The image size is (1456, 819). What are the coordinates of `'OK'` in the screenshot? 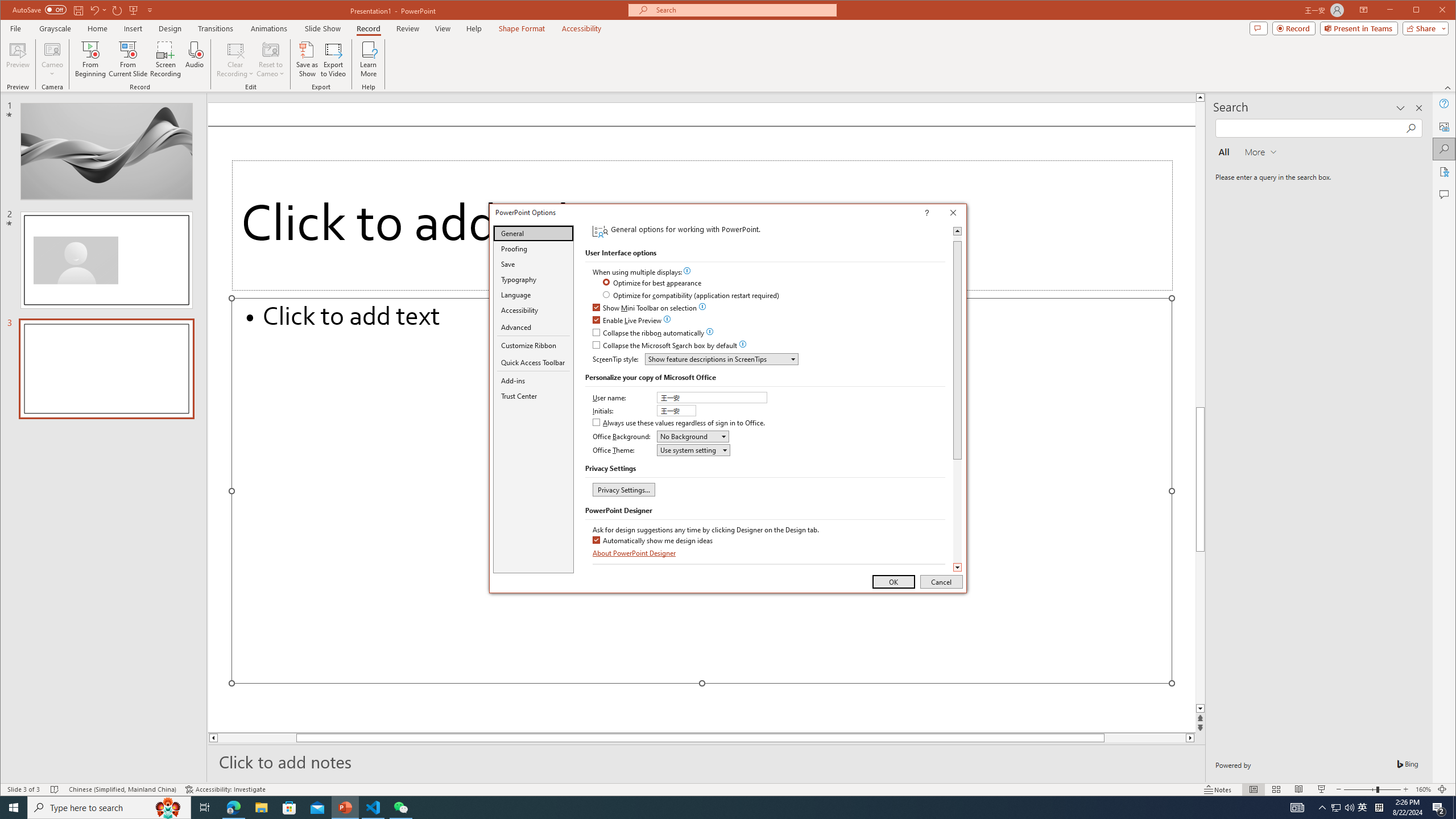 It's located at (893, 581).